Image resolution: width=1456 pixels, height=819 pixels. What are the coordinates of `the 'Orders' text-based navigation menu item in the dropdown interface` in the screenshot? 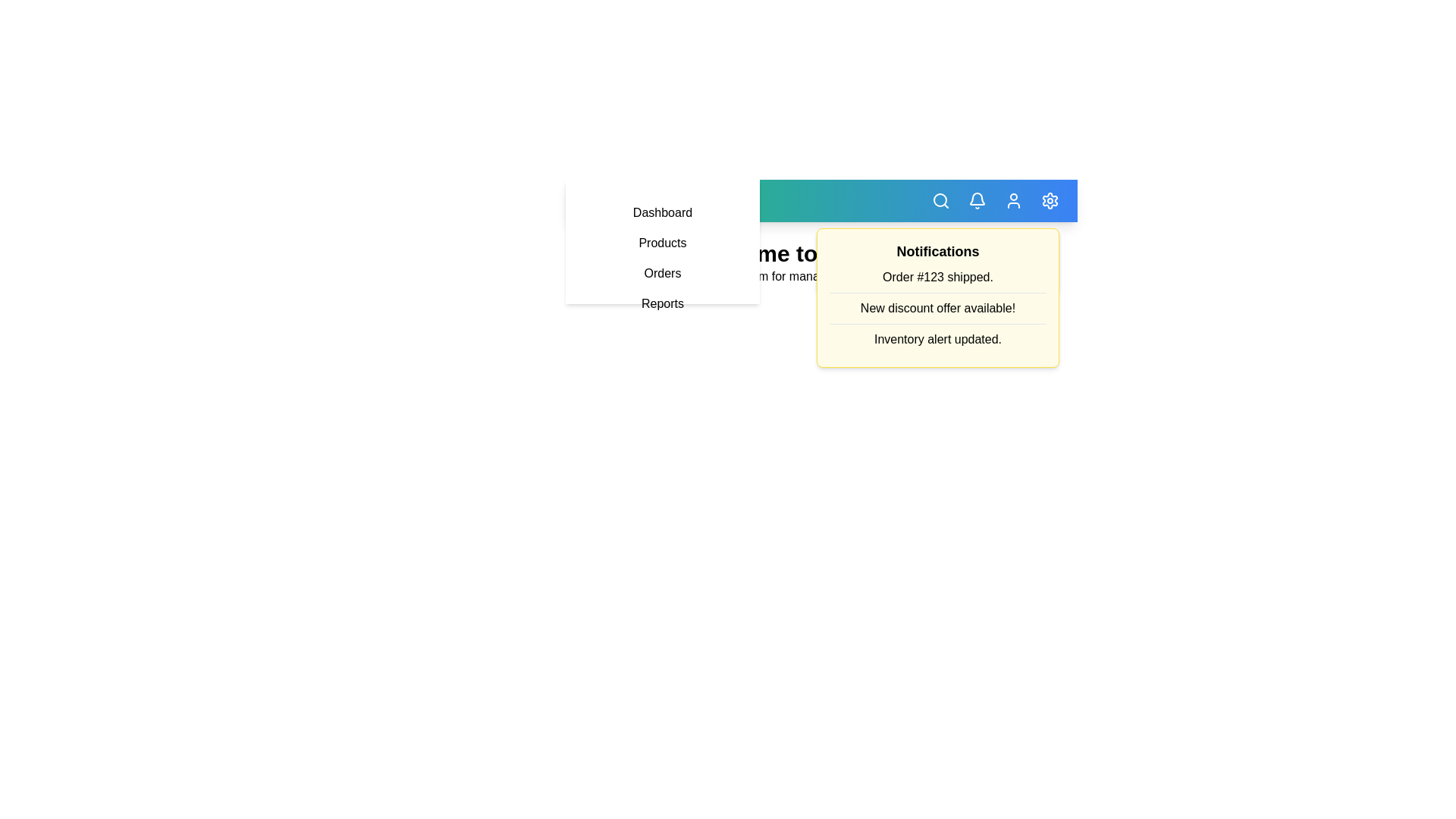 It's located at (662, 274).